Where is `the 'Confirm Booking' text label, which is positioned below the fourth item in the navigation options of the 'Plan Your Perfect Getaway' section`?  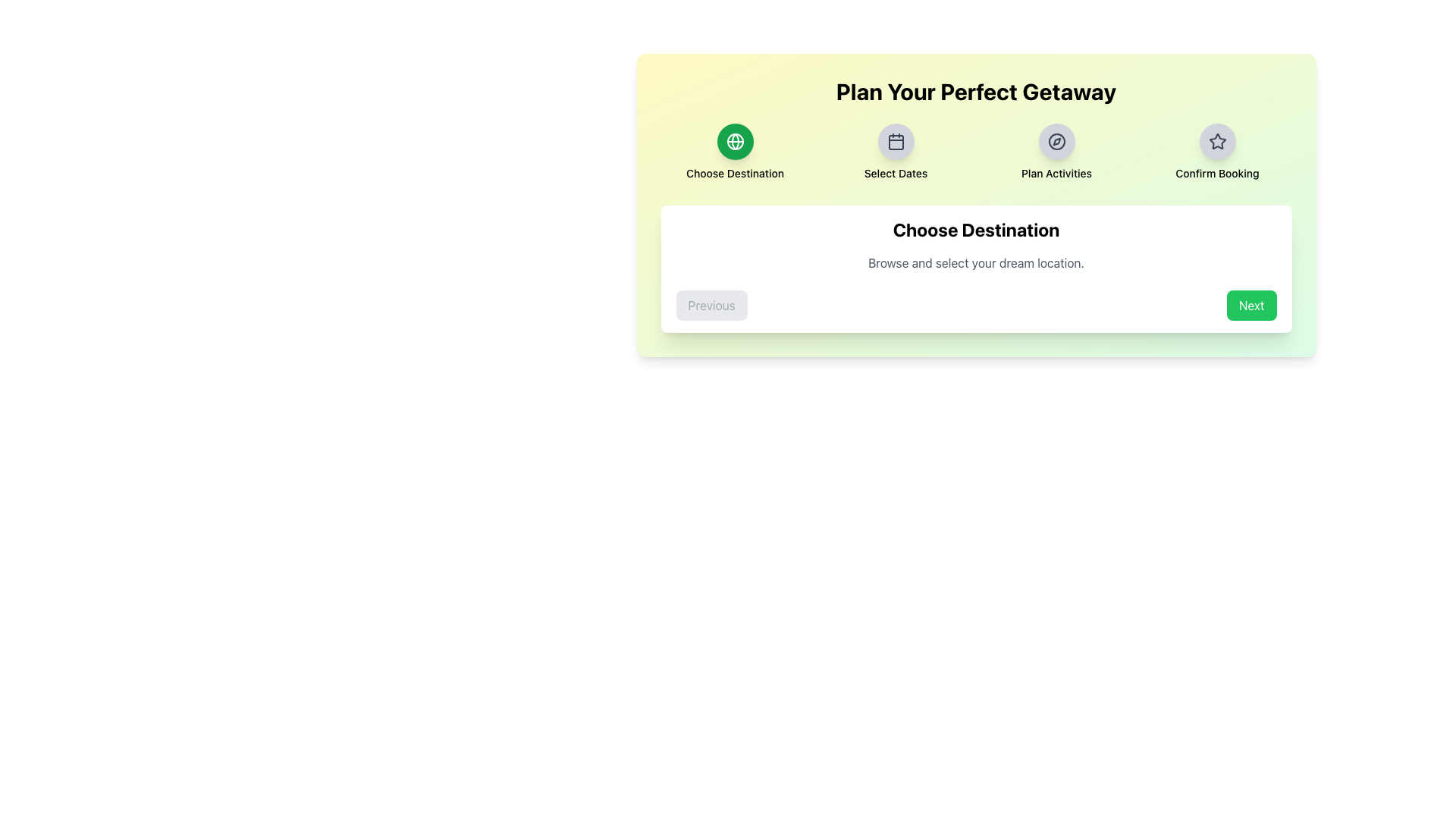 the 'Confirm Booking' text label, which is positioned below the fourth item in the navigation options of the 'Plan Your Perfect Getaway' section is located at coordinates (1217, 172).